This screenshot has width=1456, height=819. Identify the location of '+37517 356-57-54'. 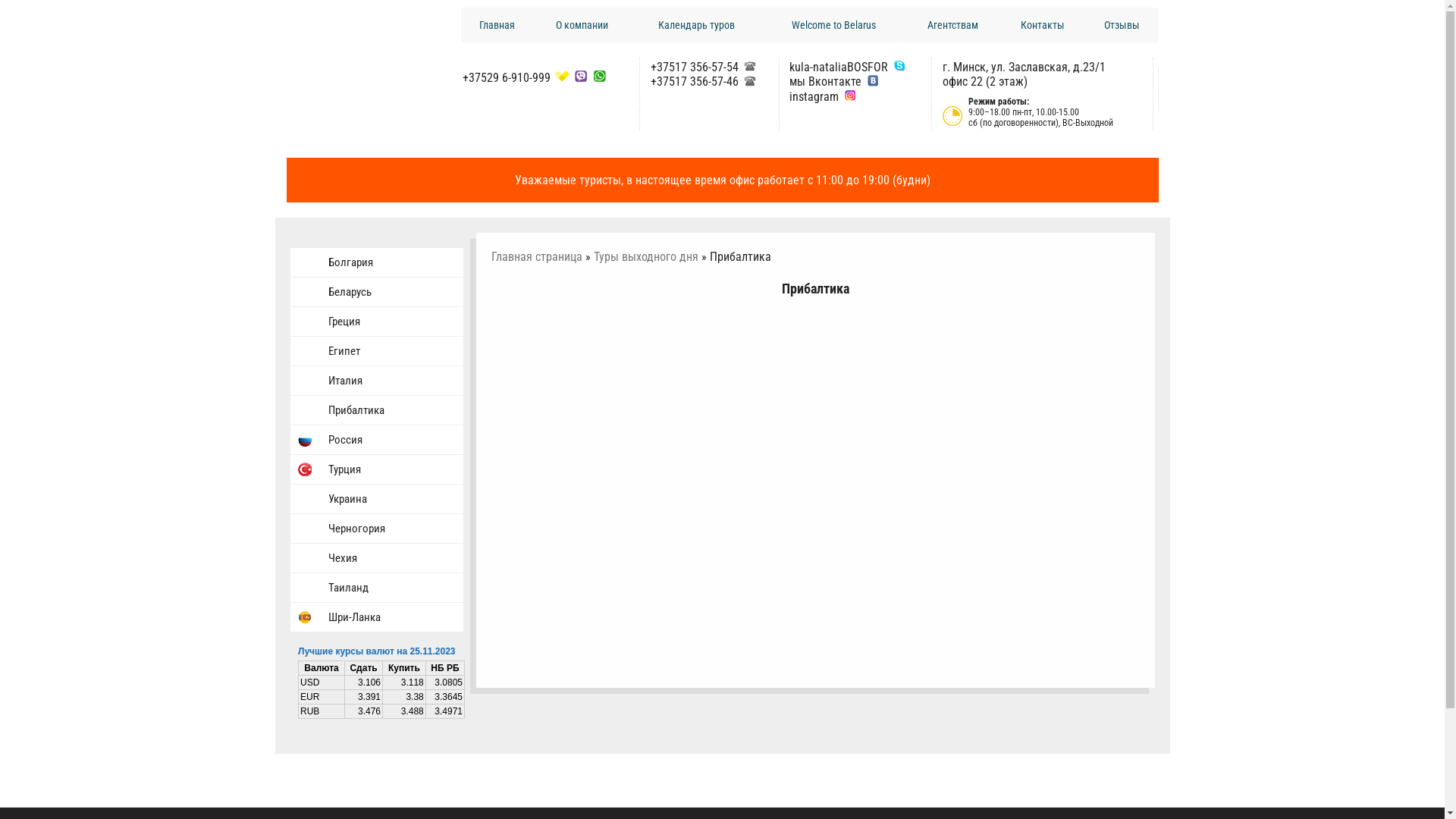
(694, 66).